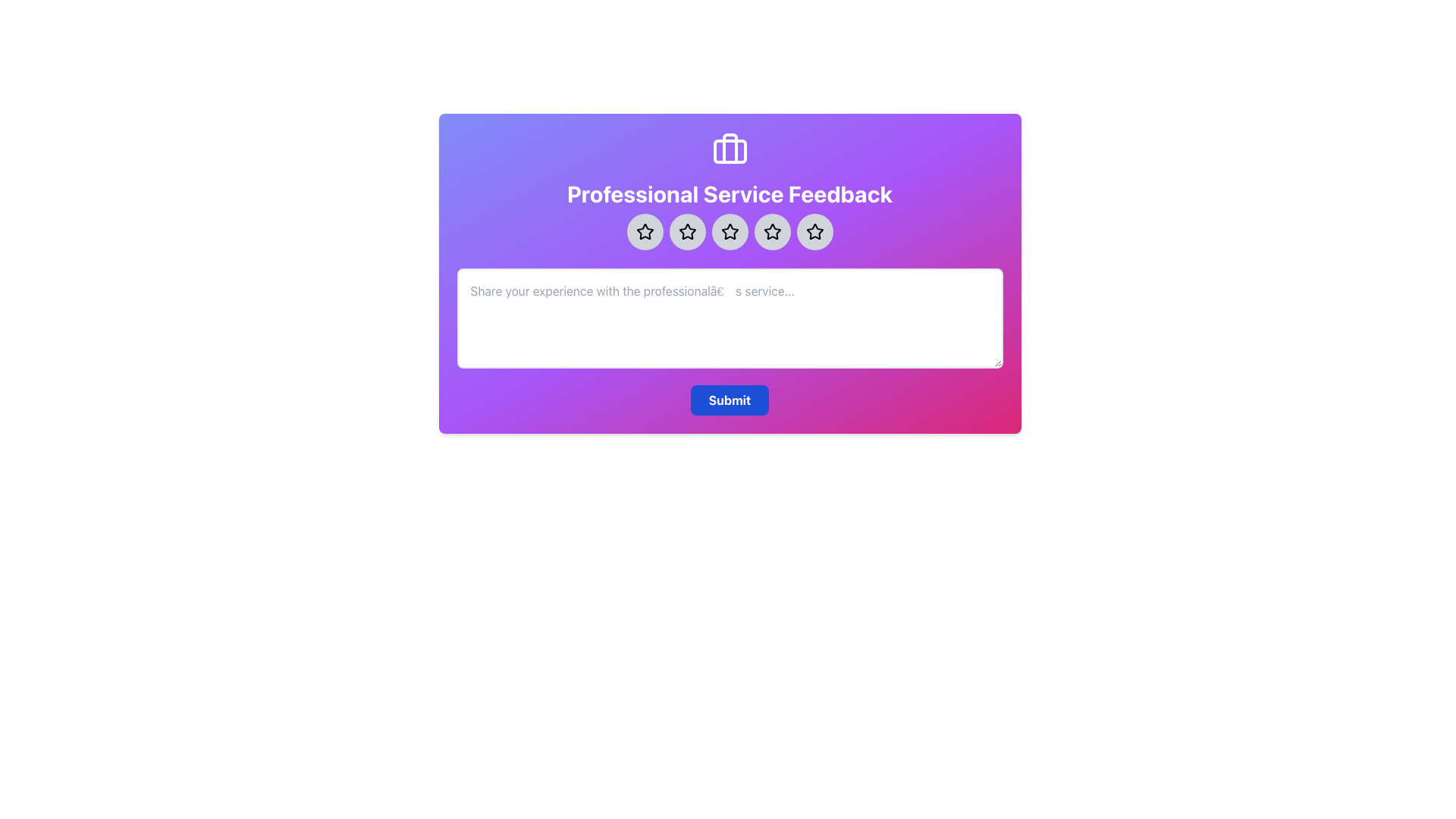 The height and width of the screenshot is (819, 1456). What do you see at coordinates (645, 231) in the screenshot?
I see `the first star rating button for visual feedback, located below the 'Professional Service Feedback' title and part of a horizontal group of five rating stars` at bounding box center [645, 231].